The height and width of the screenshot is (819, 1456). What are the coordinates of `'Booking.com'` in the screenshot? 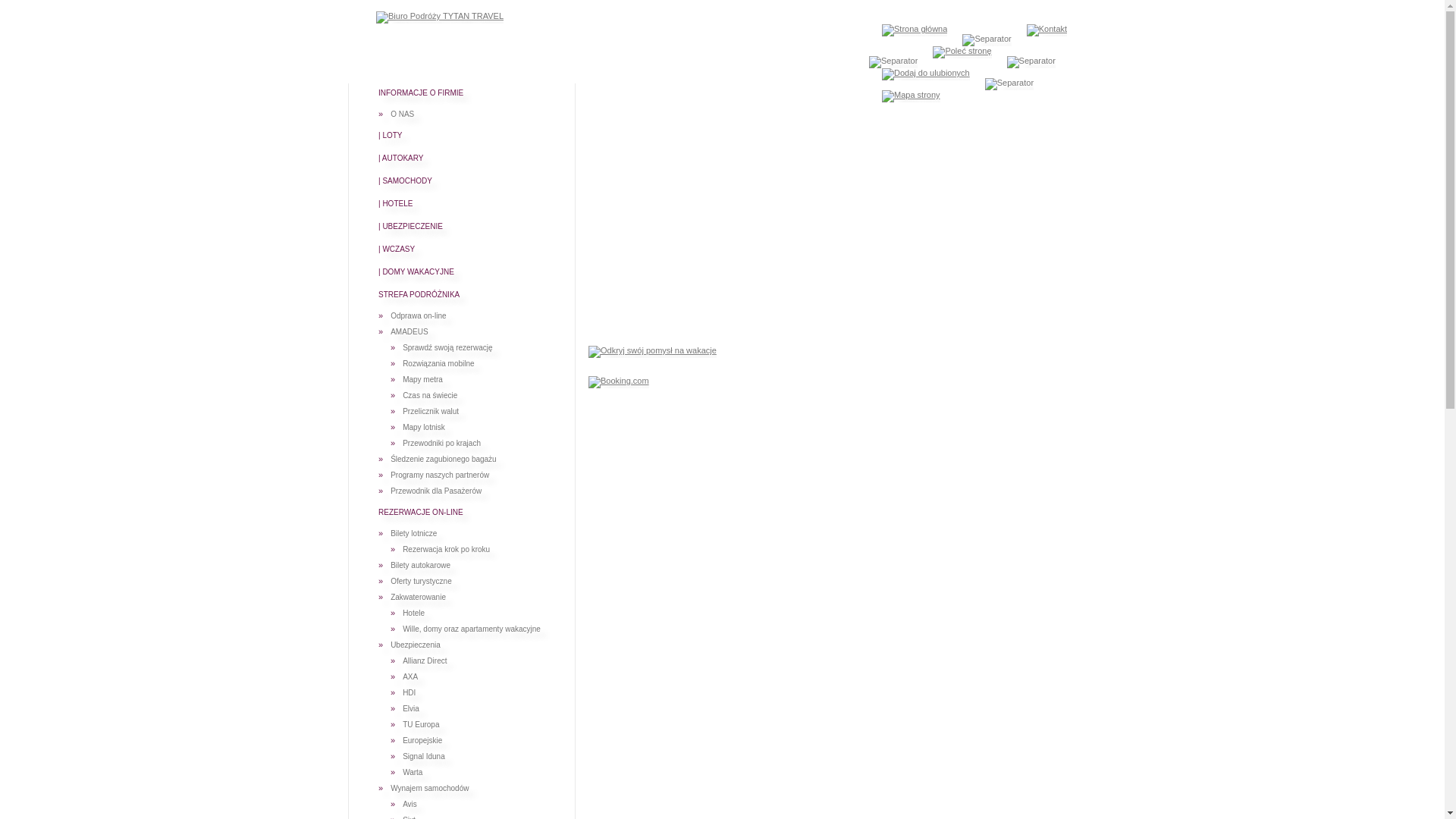 It's located at (619, 381).